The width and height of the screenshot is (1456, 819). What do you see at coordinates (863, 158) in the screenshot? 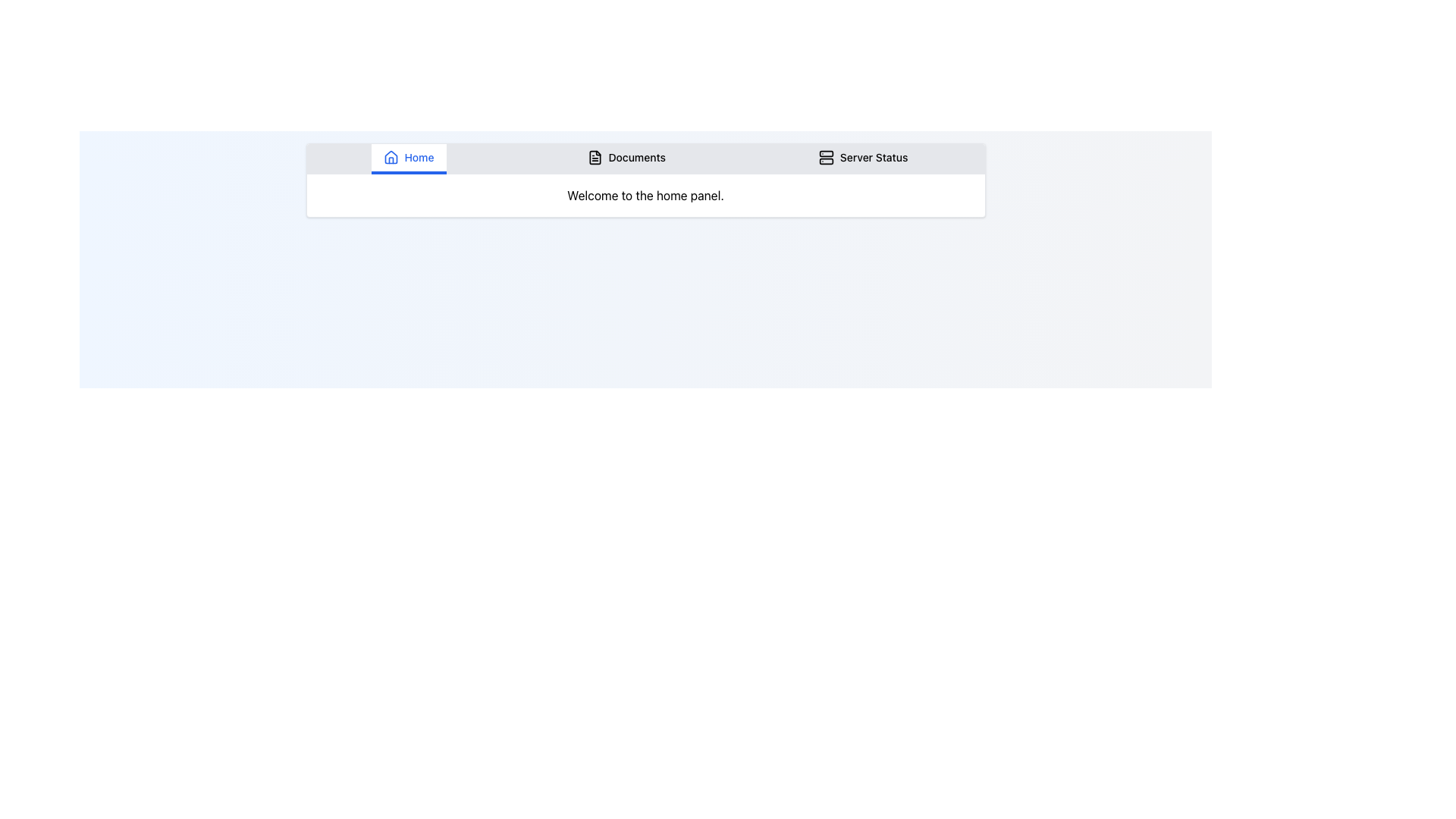
I see `the 'Server Status' button in the navigation bar` at bounding box center [863, 158].